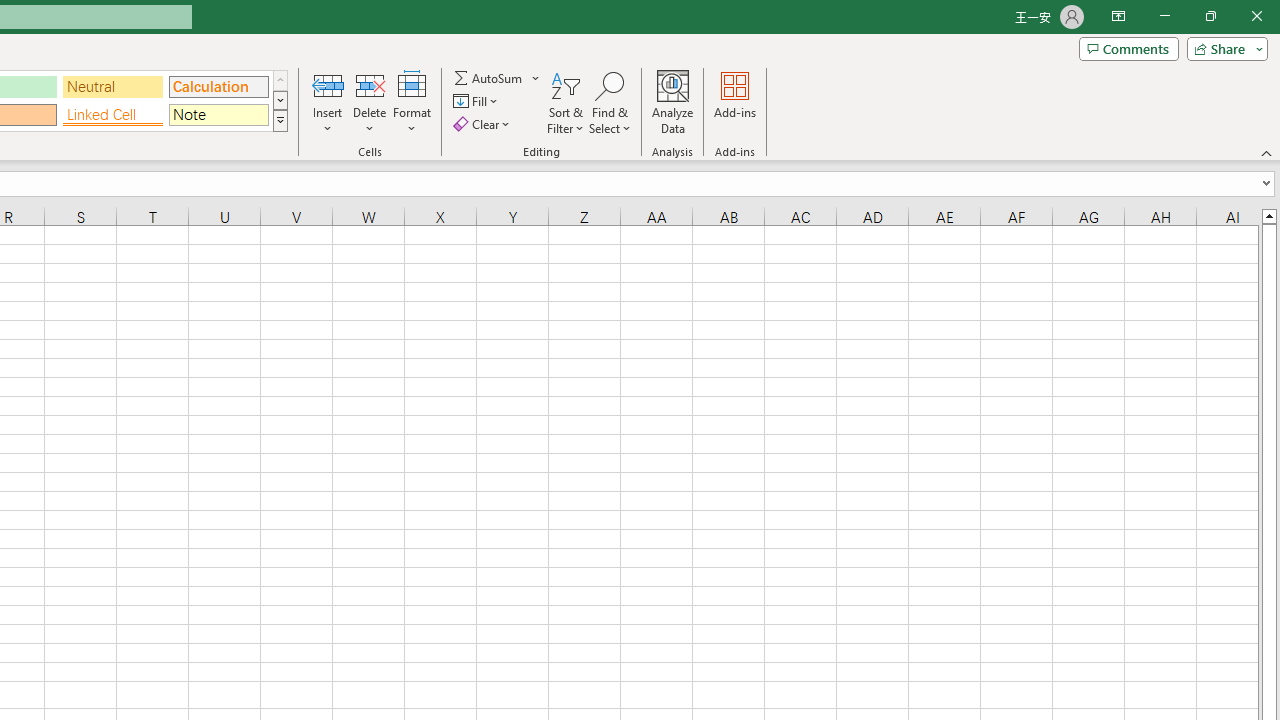  What do you see at coordinates (1266, 152) in the screenshot?
I see `'Collapse the Ribbon'` at bounding box center [1266, 152].